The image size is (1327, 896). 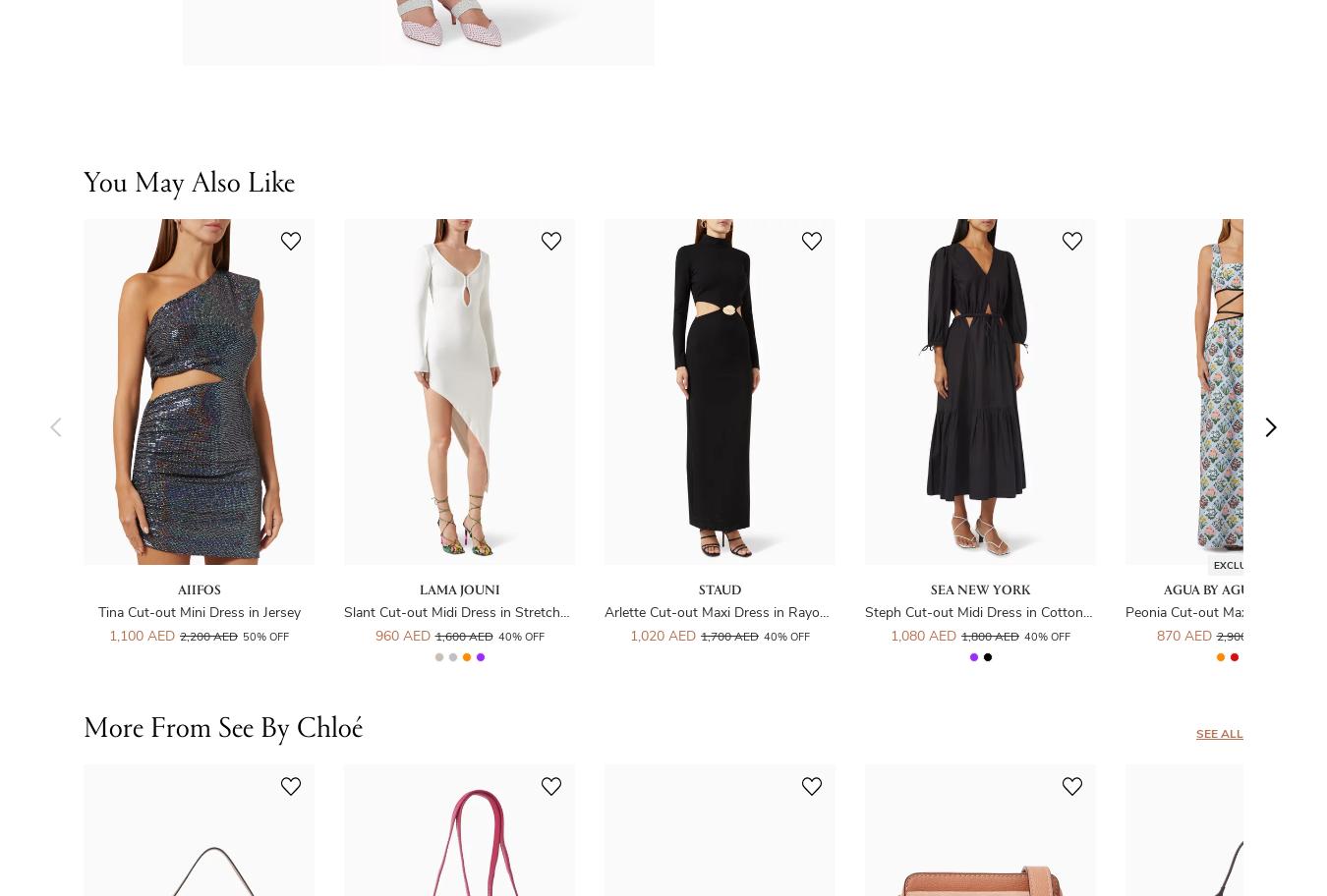 What do you see at coordinates (477, 612) in the screenshot?
I see `'Slant Cut-out Midi Dress in Stretch-viscose'` at bounding box center [477, 612].